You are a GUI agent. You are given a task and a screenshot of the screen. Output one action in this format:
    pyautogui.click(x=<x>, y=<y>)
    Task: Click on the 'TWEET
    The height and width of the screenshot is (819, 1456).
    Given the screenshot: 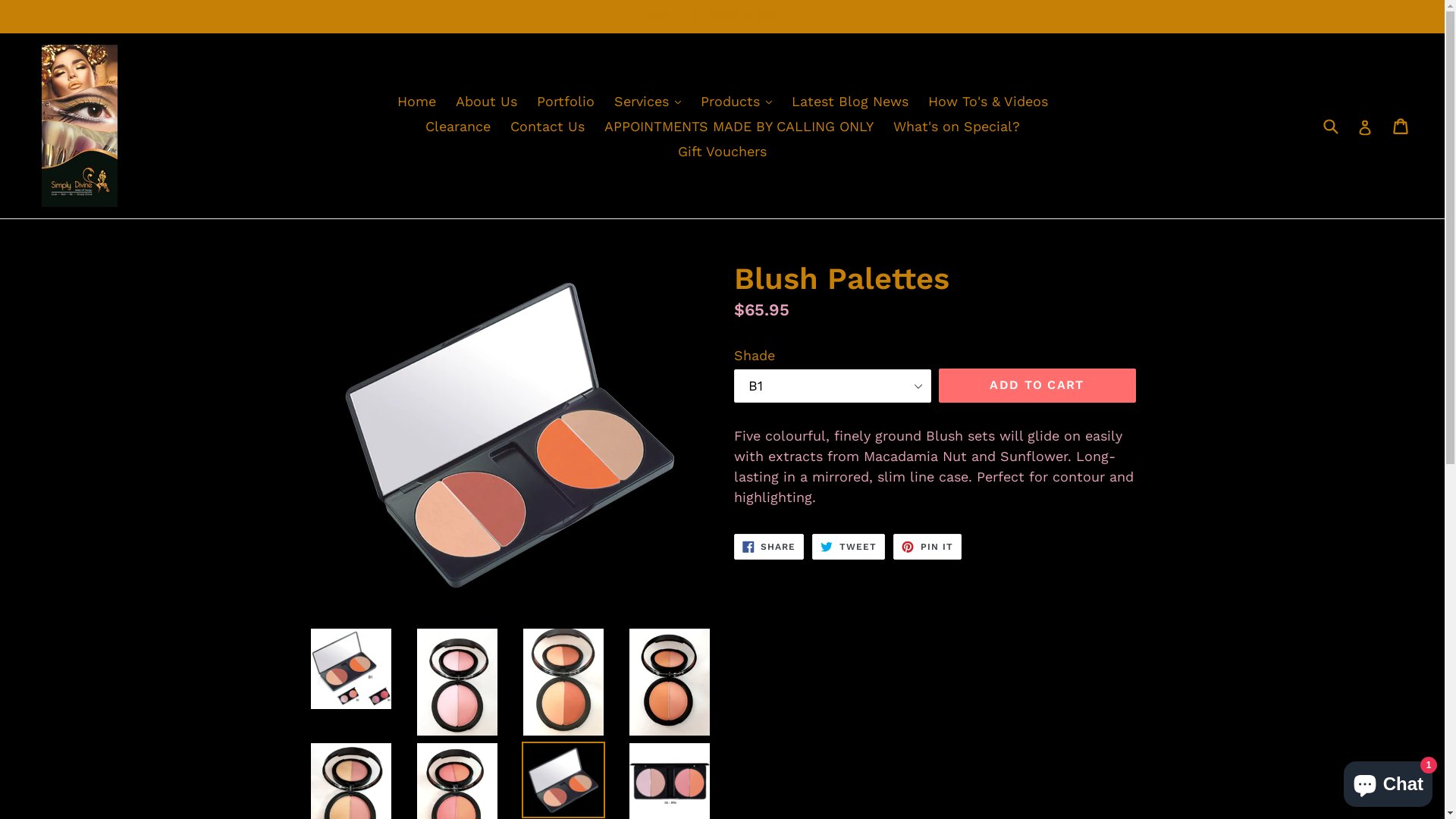 What is the action you would take?
    pyautogui.click(x=847, y=547)
    